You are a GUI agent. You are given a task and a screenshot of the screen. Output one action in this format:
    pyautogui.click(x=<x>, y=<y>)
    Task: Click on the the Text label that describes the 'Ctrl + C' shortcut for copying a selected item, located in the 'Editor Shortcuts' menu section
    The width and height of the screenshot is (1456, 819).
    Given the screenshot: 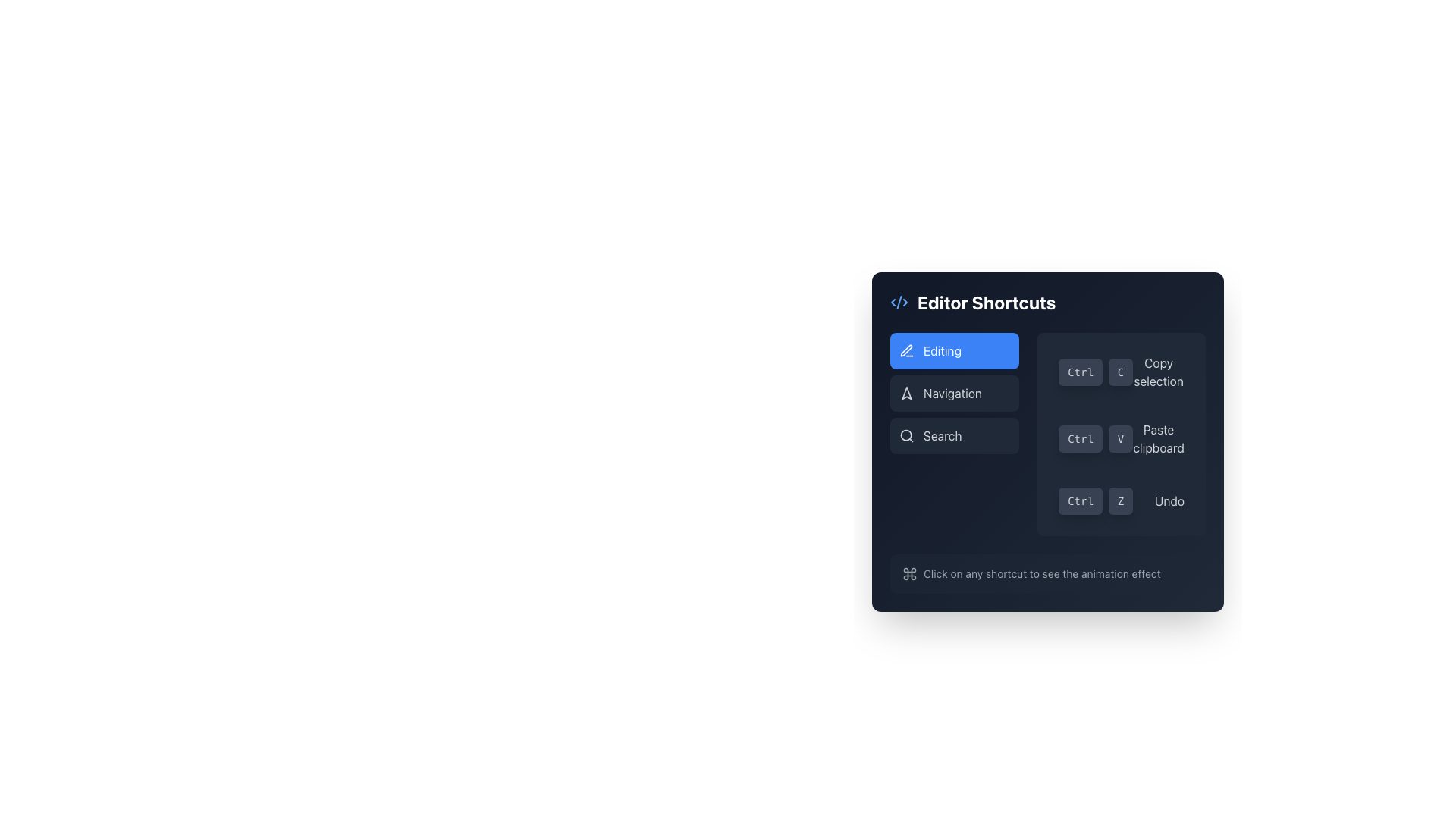 What is the action you would take?
    pyautogui.click(x=1158, y=372)
    